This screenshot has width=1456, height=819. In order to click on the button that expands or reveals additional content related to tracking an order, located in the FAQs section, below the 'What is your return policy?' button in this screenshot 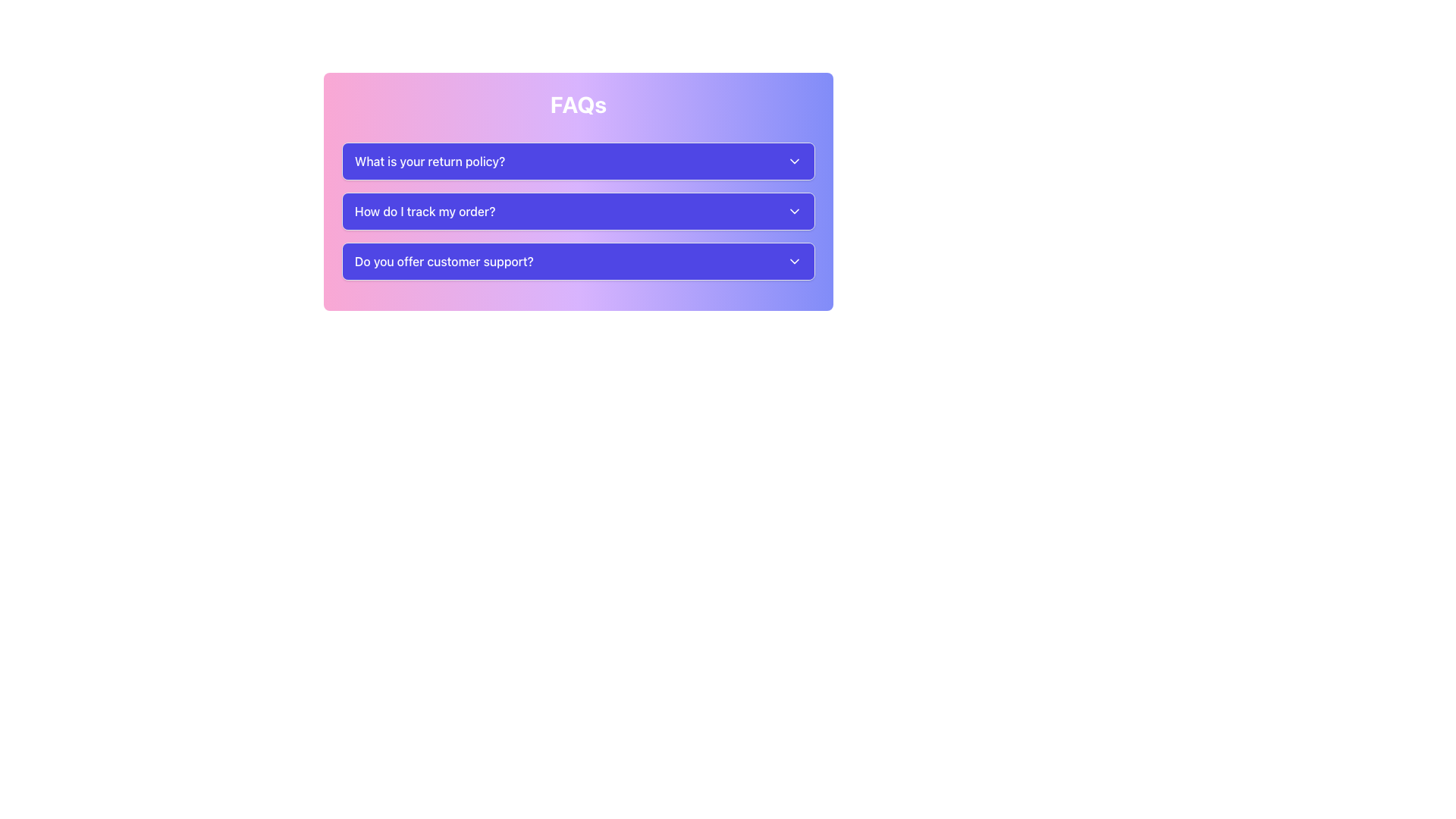, I will do `click(578, 211)`.